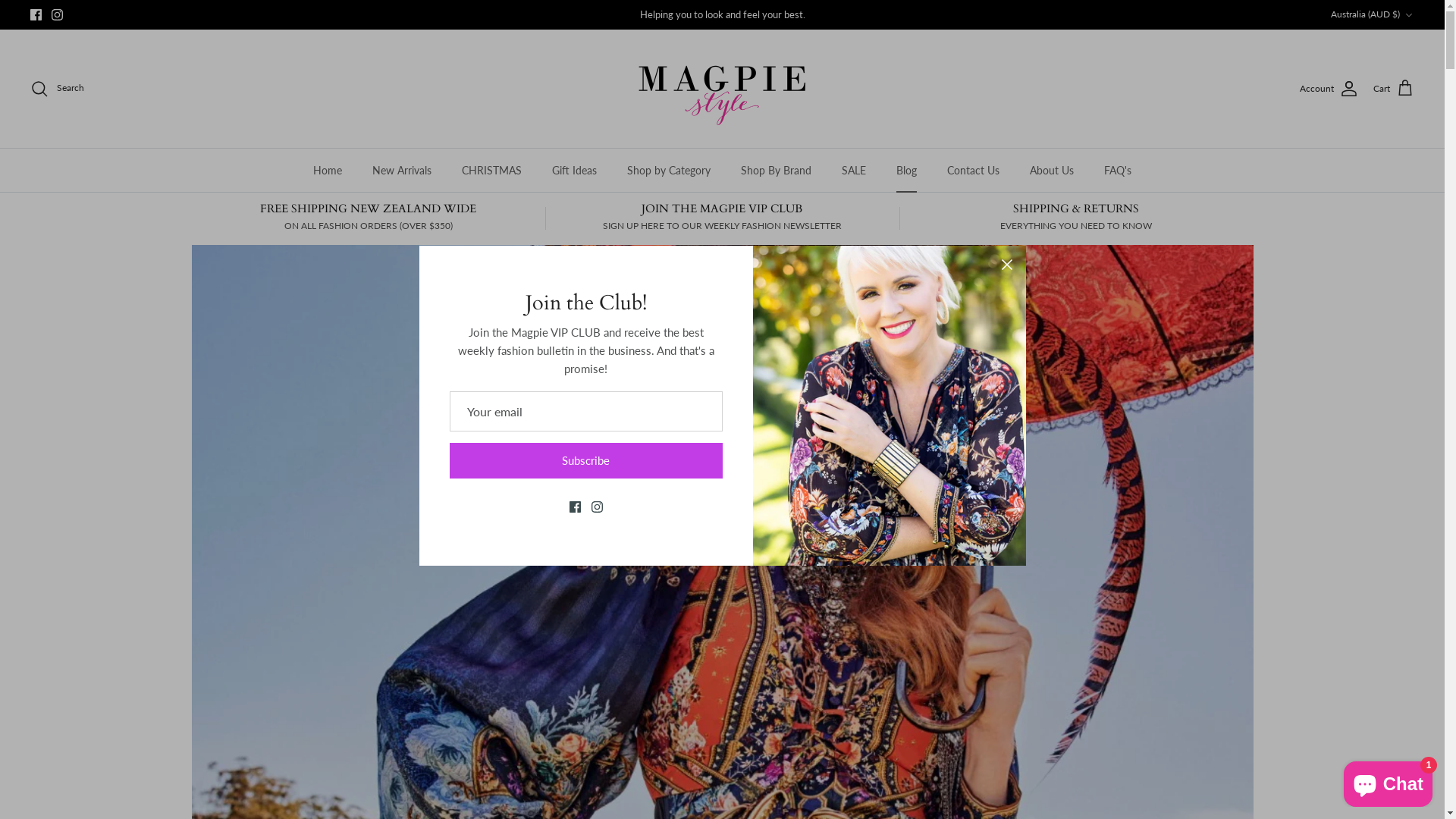 Image resolution: width=1456 pixels, height=819 pixels. I want to click on 'Australia (AUD $), so click(1330, 14).